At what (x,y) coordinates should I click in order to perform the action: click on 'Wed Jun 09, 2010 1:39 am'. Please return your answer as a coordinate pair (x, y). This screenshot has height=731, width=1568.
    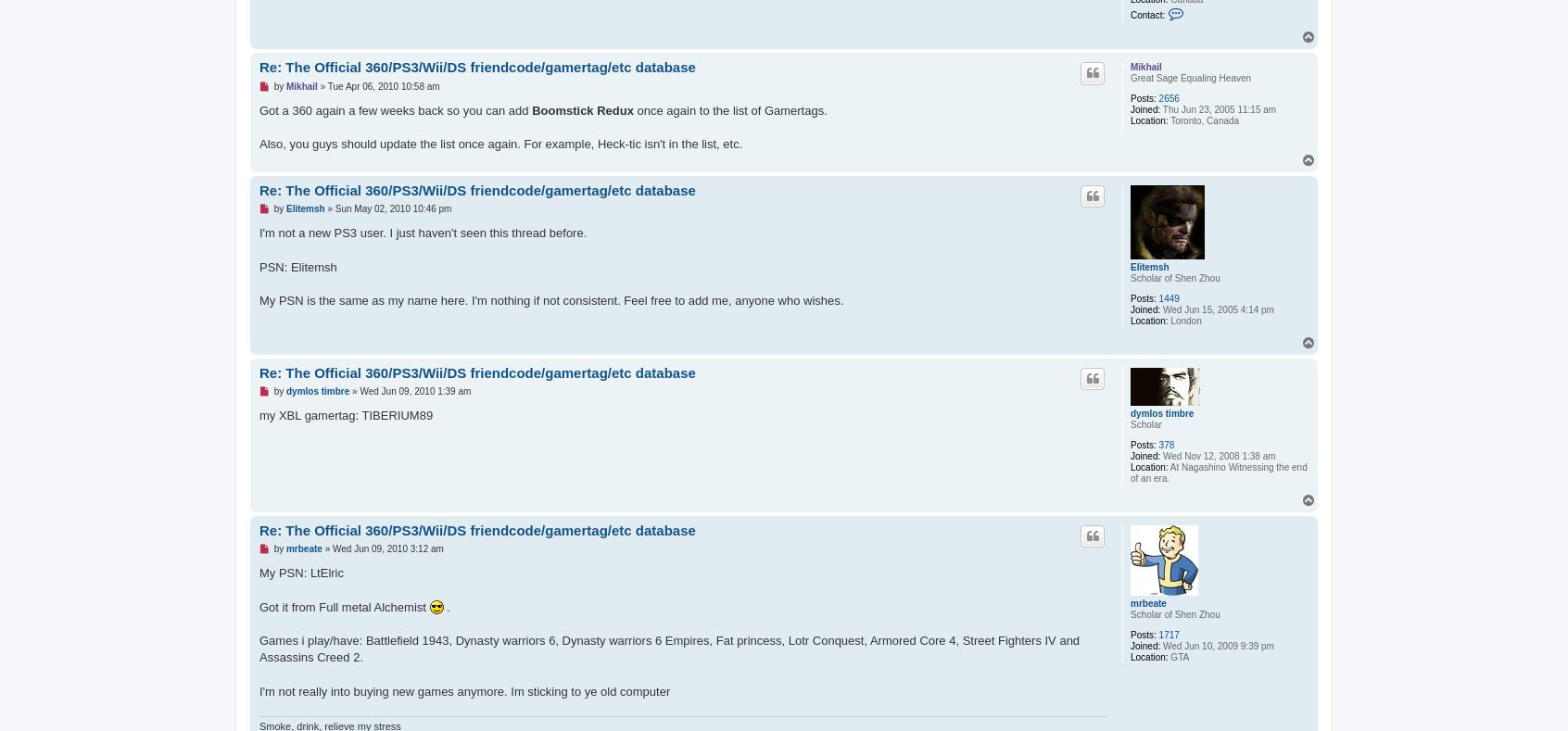
    Looking at the image, I should click on (414, 391).